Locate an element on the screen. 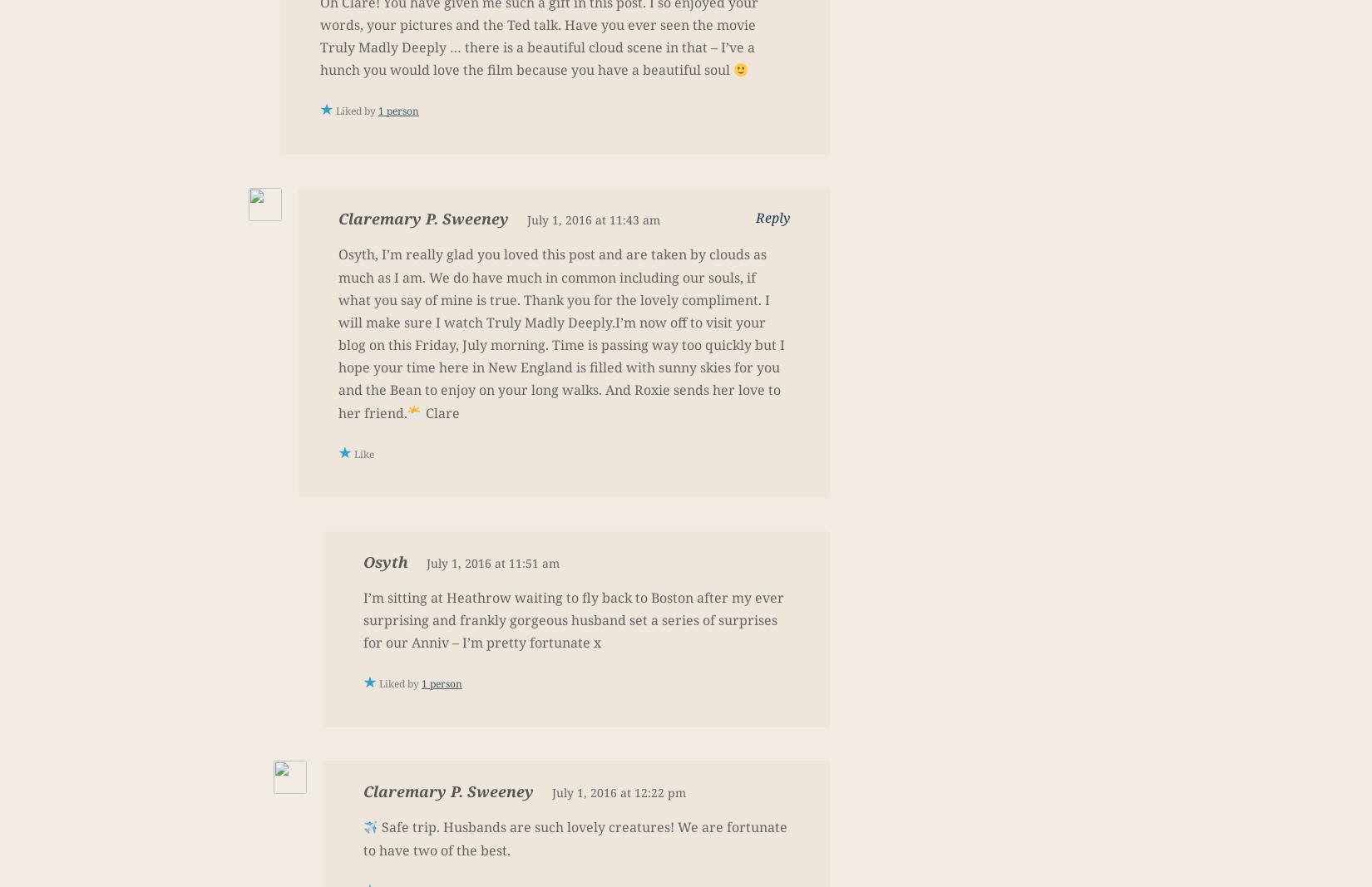 This screenshot has width=1372, height=887. 'July 1, 2016 at 11:43 am' is located at coordinates (592, 219).